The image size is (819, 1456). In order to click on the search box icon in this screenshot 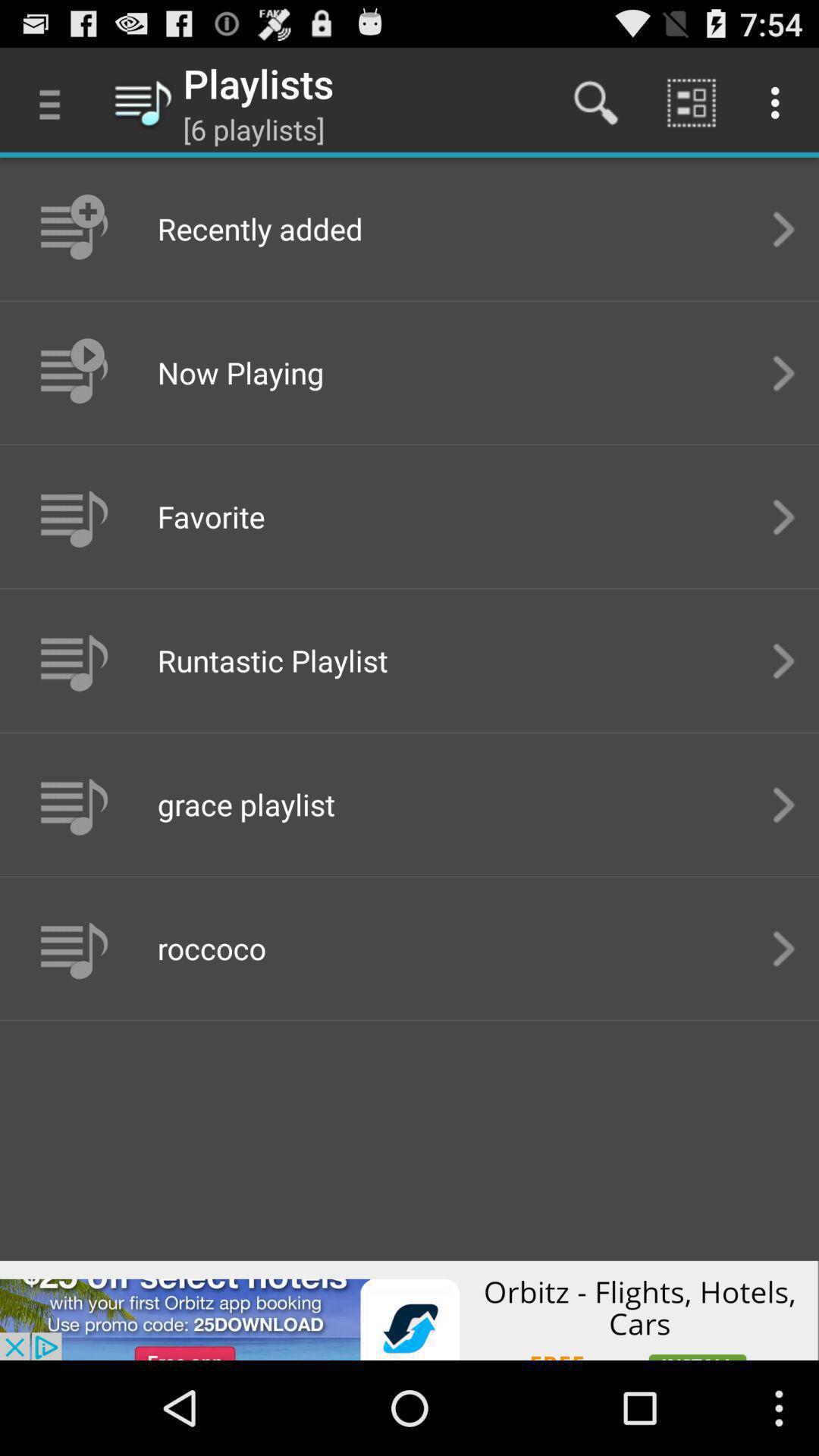, I will do `click(595, 102)`.